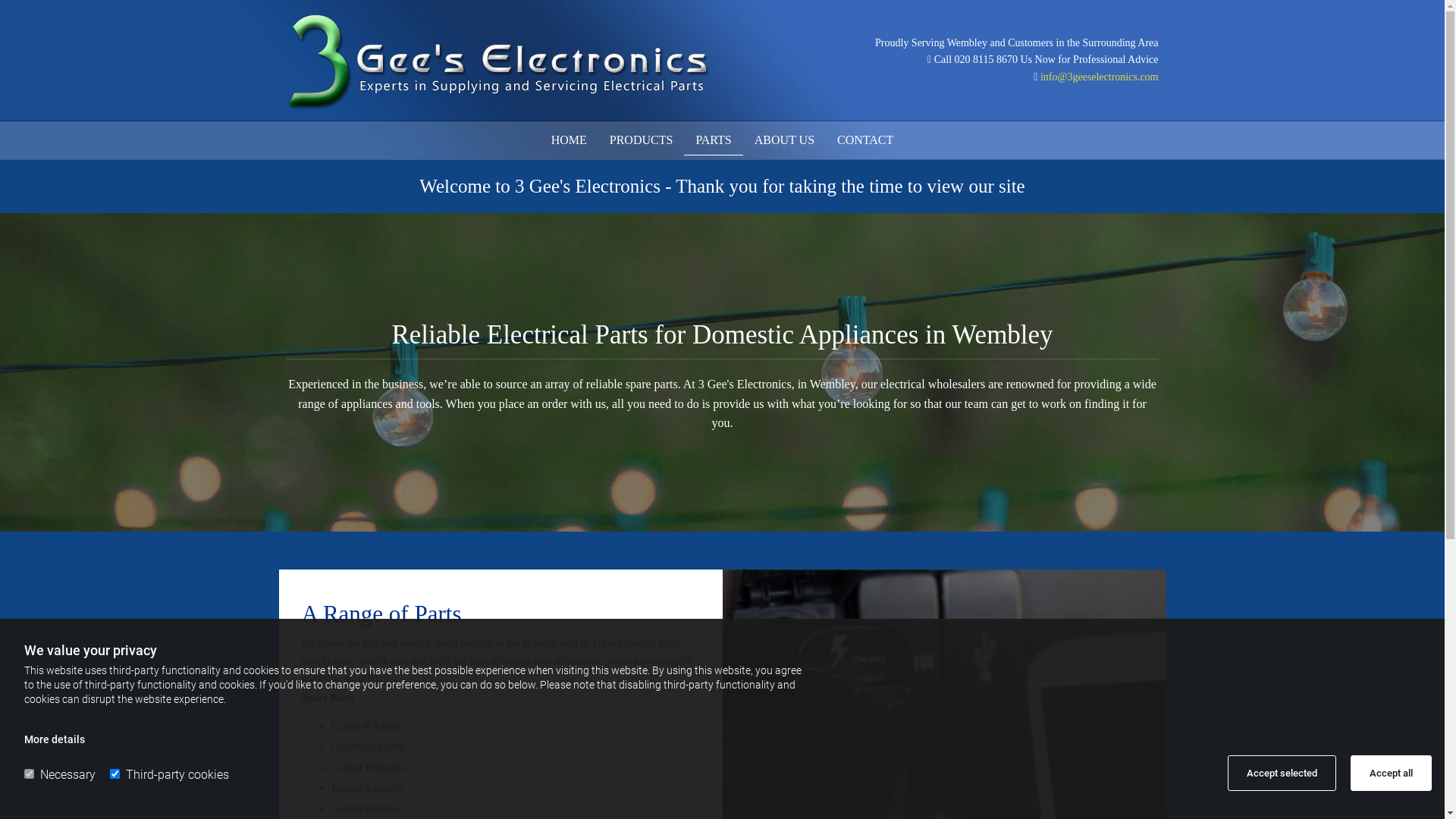 The width and height of the screenshot is (1456, 819). What do you see at coordinates (568, 140) in the screenshot?
I see `'HOME'` at bounding box center [568, 140].